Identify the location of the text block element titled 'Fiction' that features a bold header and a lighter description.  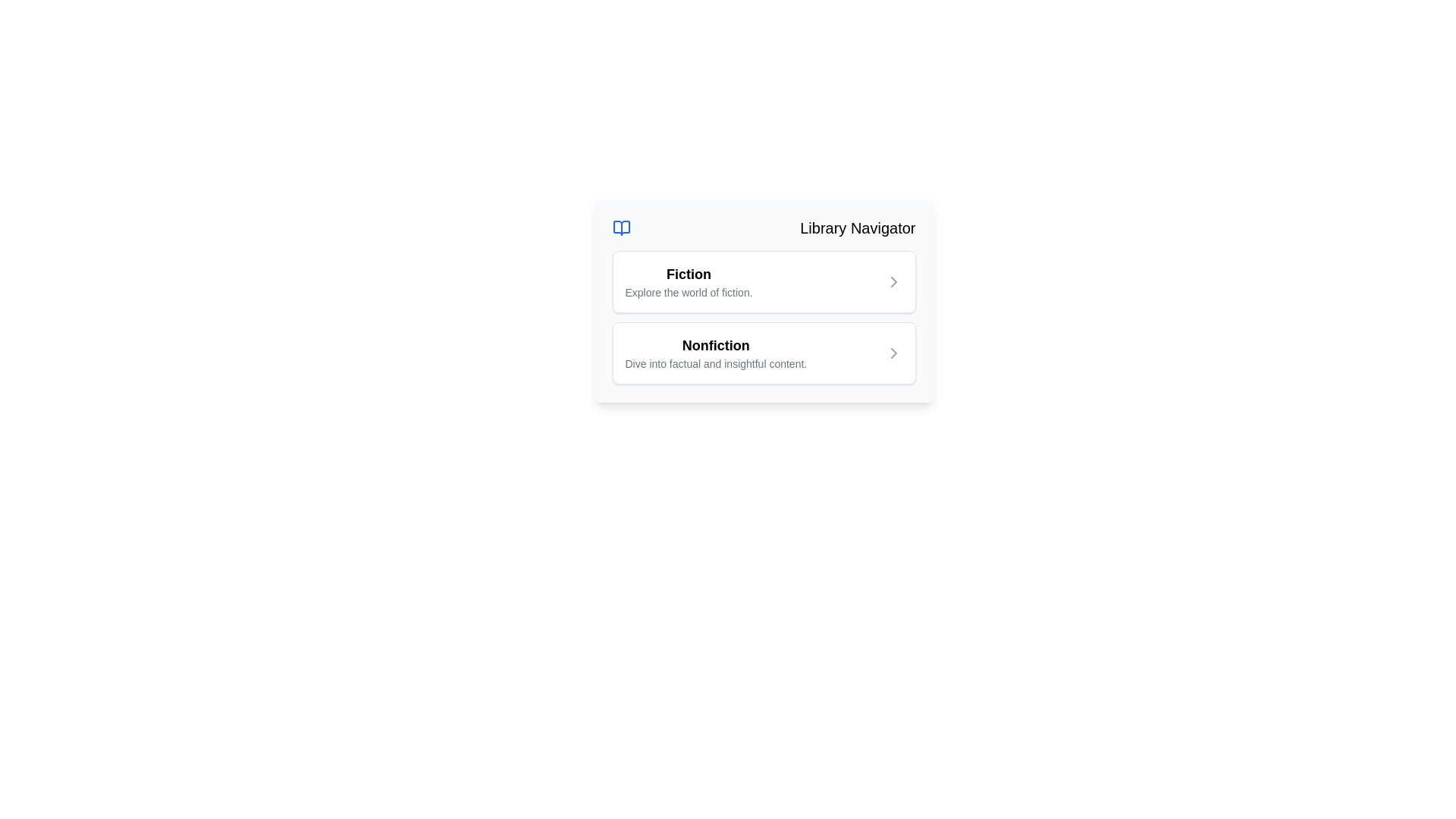
(688, 281).